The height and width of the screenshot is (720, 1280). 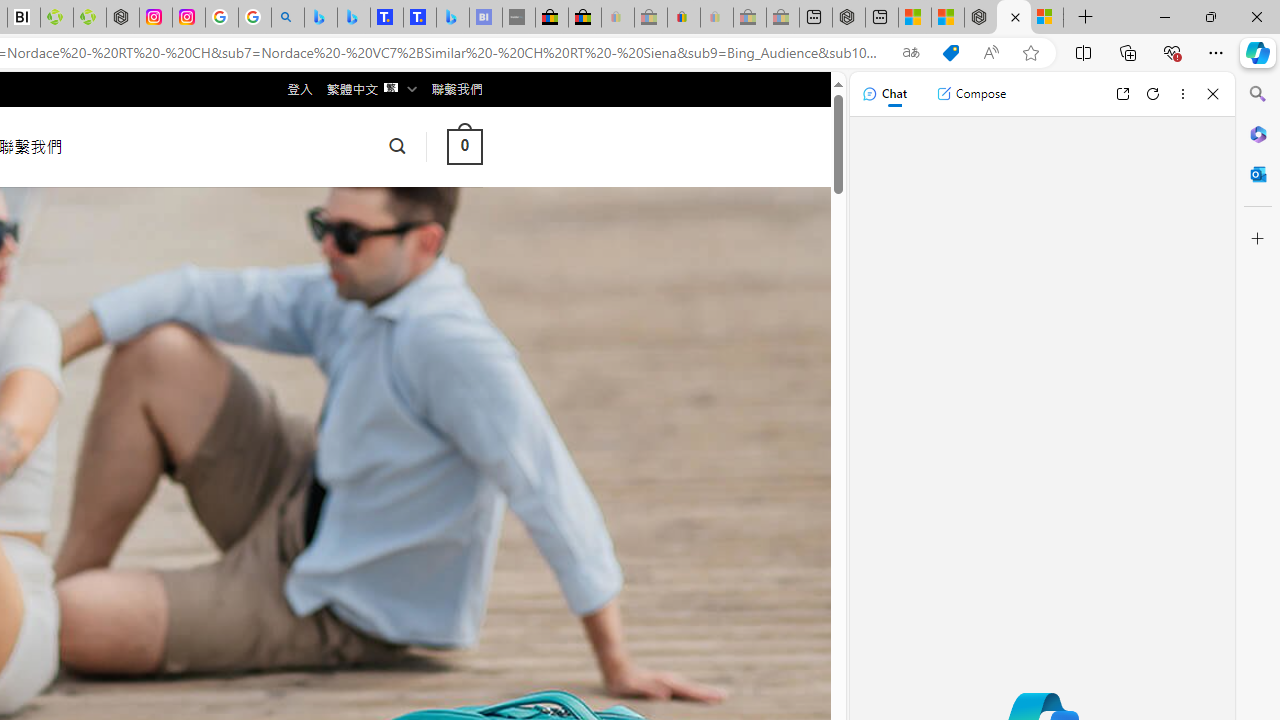 I want to click on 'Descarga Driver Updater', so click(x=89, y=17).